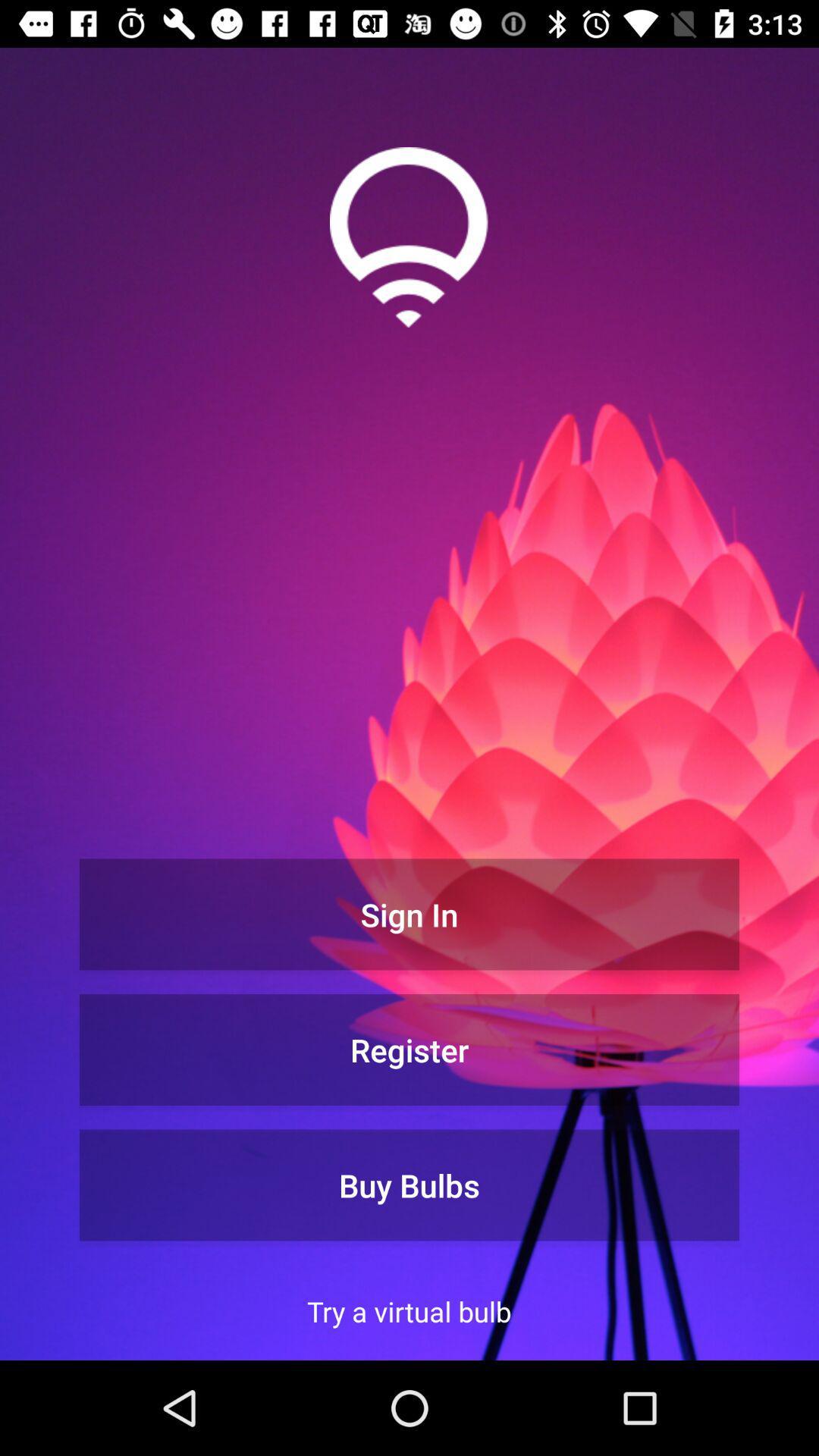 The width and height of the screenshot is (819, 1456). What do you see at coordinates (409, 913) in the screenshot?
I see `sign in item` at bounding box center [409, 913].